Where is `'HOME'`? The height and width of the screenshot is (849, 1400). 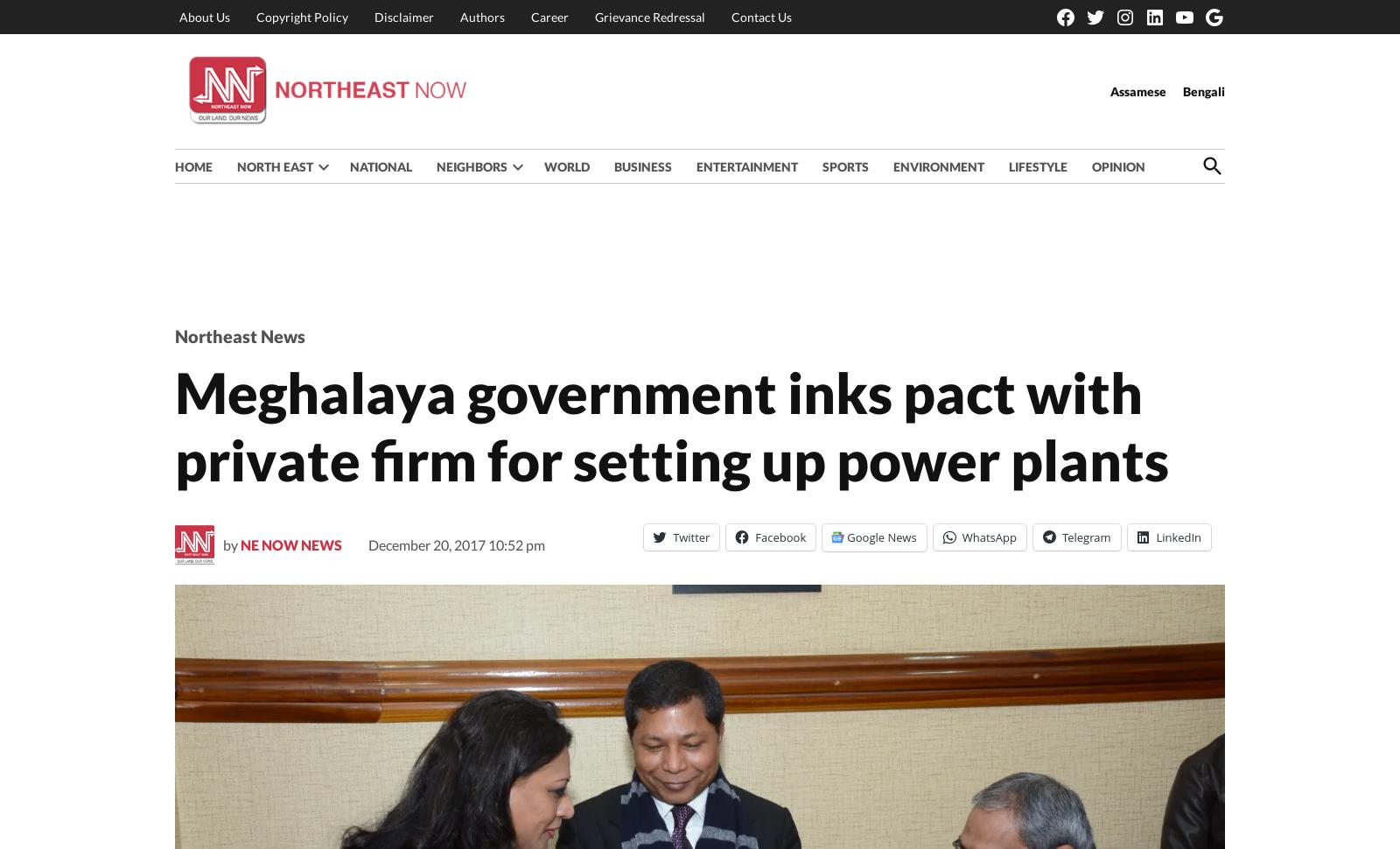 'HOME' is located at coordinates (174, 165).